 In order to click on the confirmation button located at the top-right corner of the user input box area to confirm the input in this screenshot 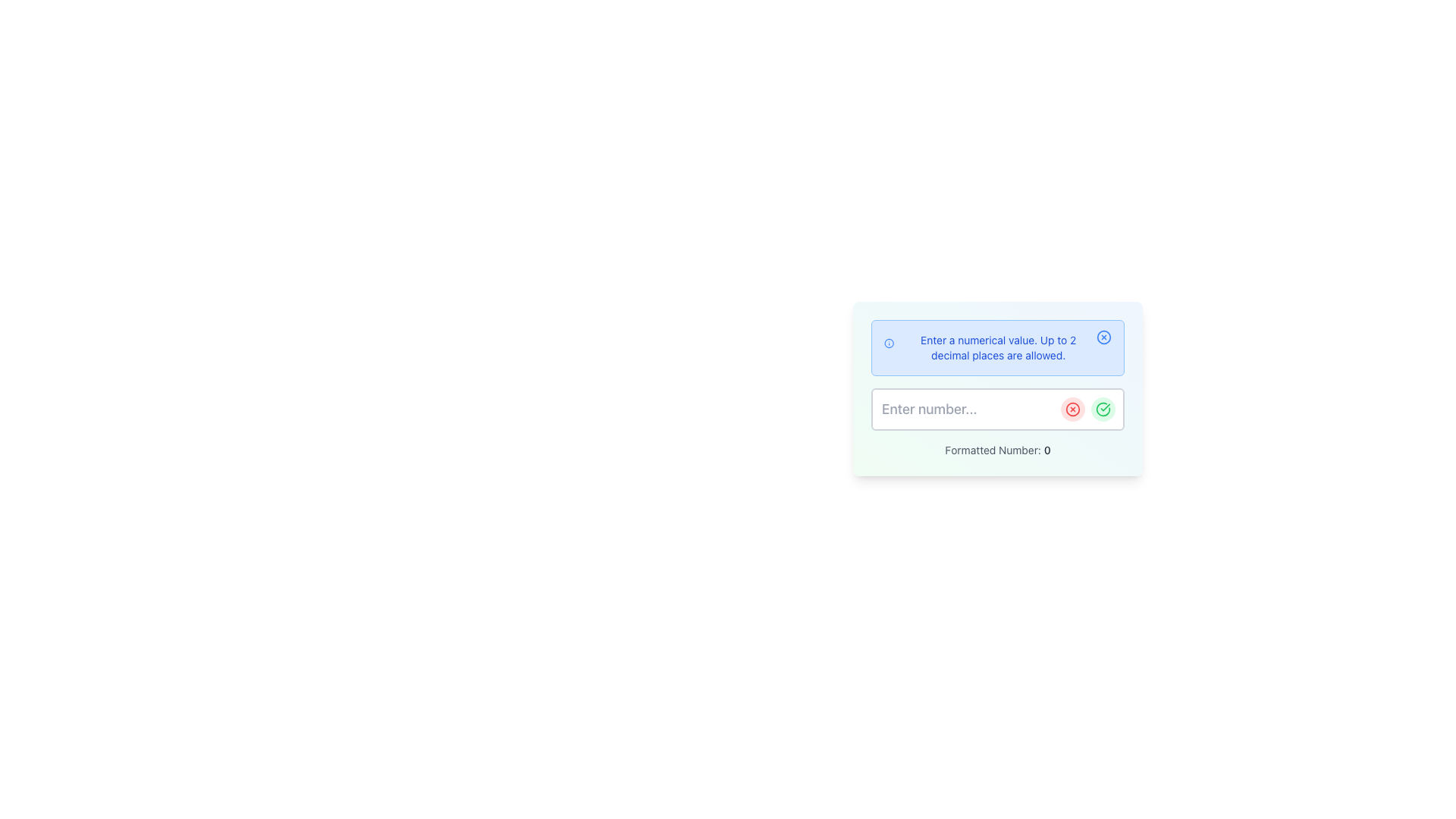, I will do `click(1103, 409)`.